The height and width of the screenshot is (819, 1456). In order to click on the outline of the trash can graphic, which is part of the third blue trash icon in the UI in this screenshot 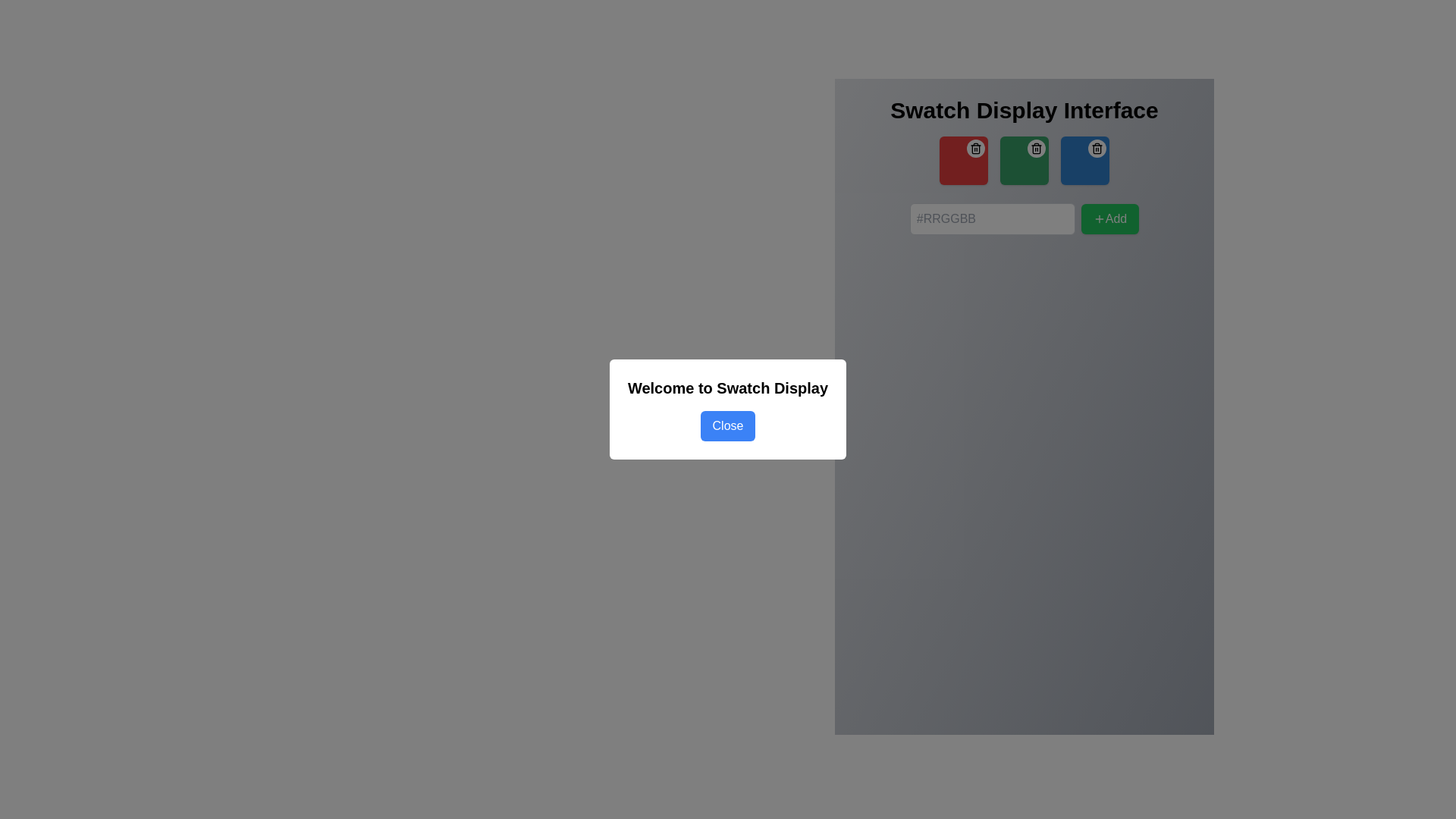, I will do `click(1097, 149)`.